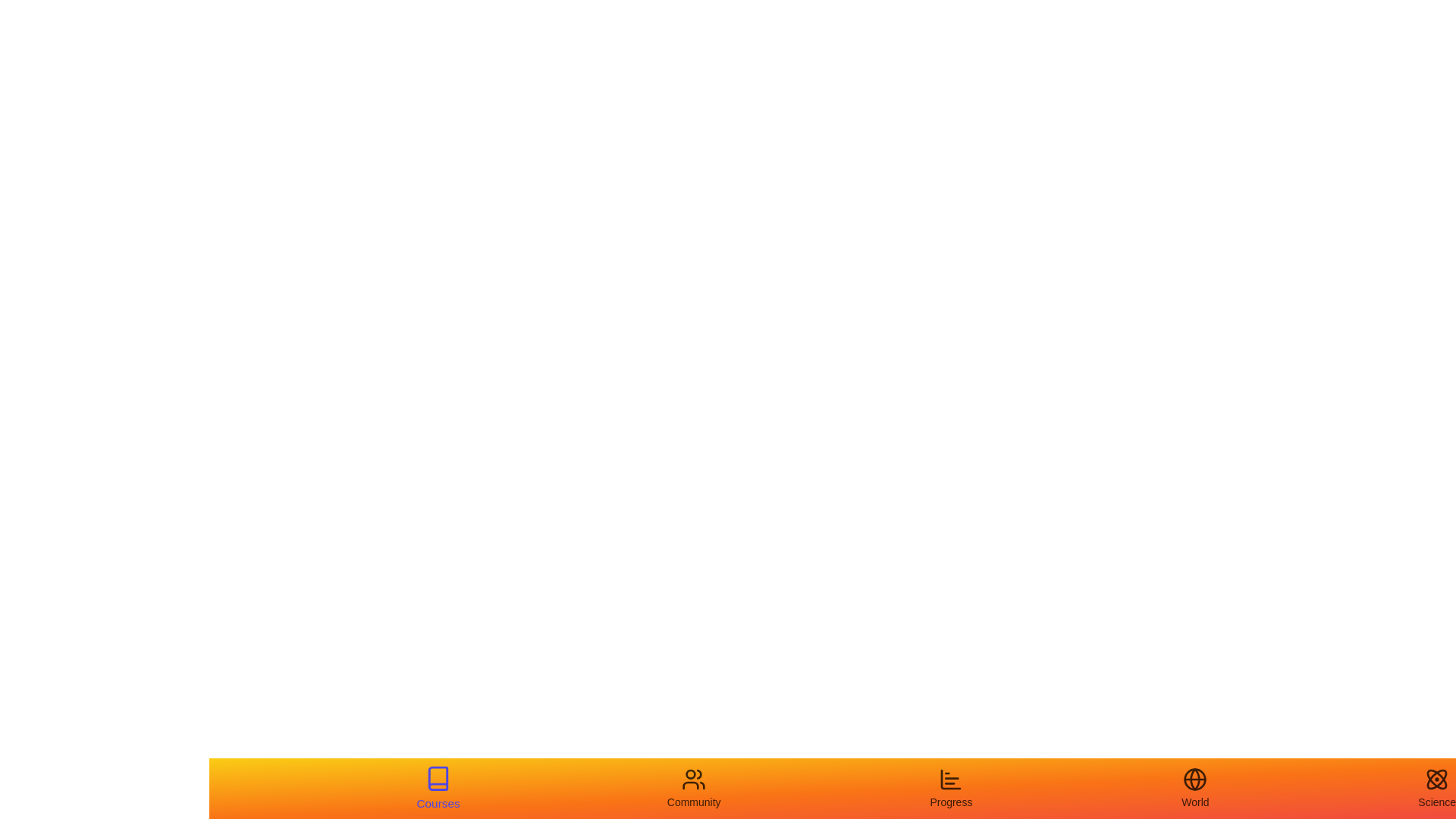  I want to click on the World tab to view its hover effect, so click(1194, 788).